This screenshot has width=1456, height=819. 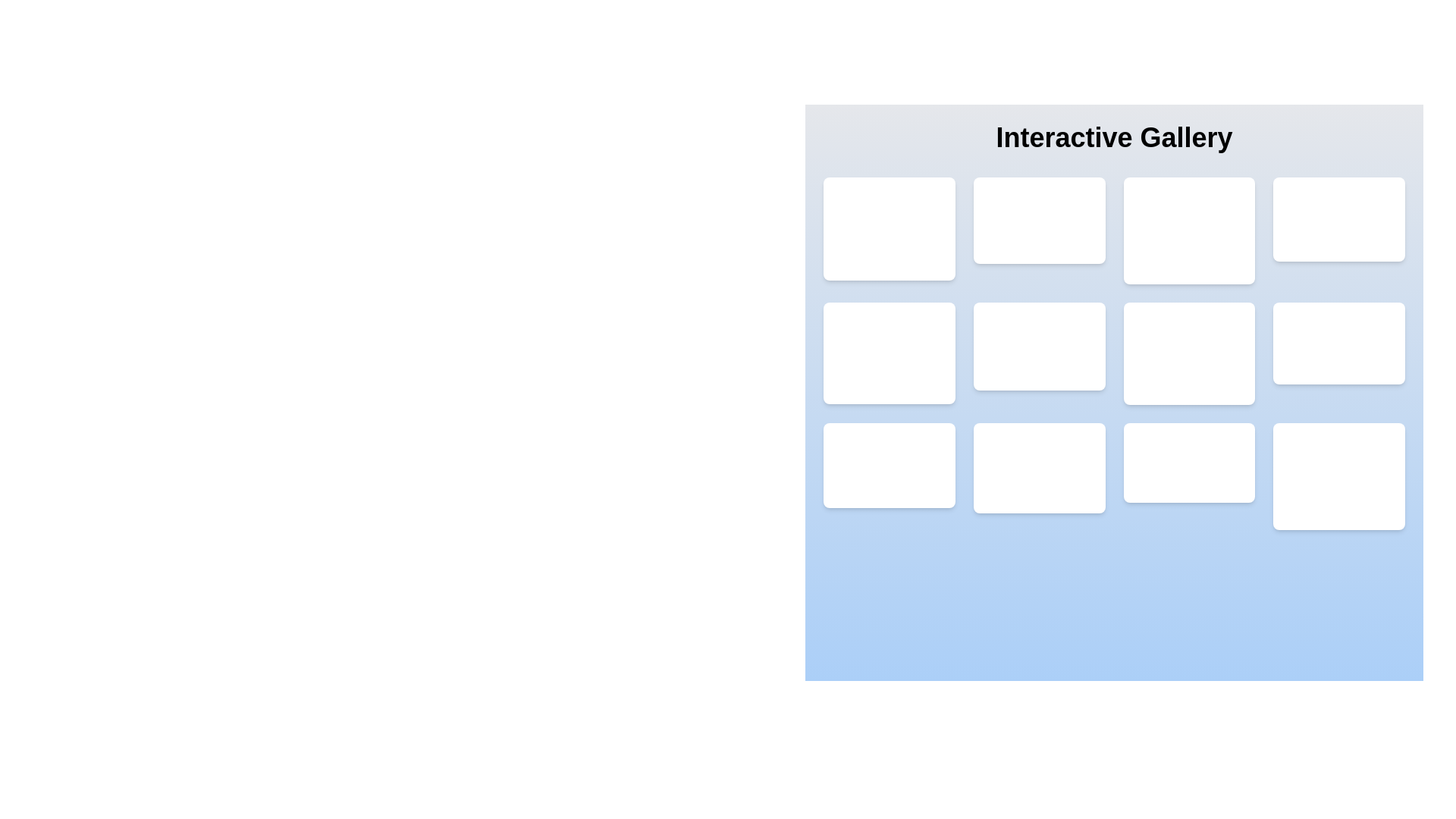 What do you see at coordinates (1339, 344) in the screenshot?
I see `the Interactive art card displaying 'Artwork #8Description about artwork #8', which is styled with a white background and rounded corners, located in the fourth column and second row of the gallery` at bounding box center [1339, 344].